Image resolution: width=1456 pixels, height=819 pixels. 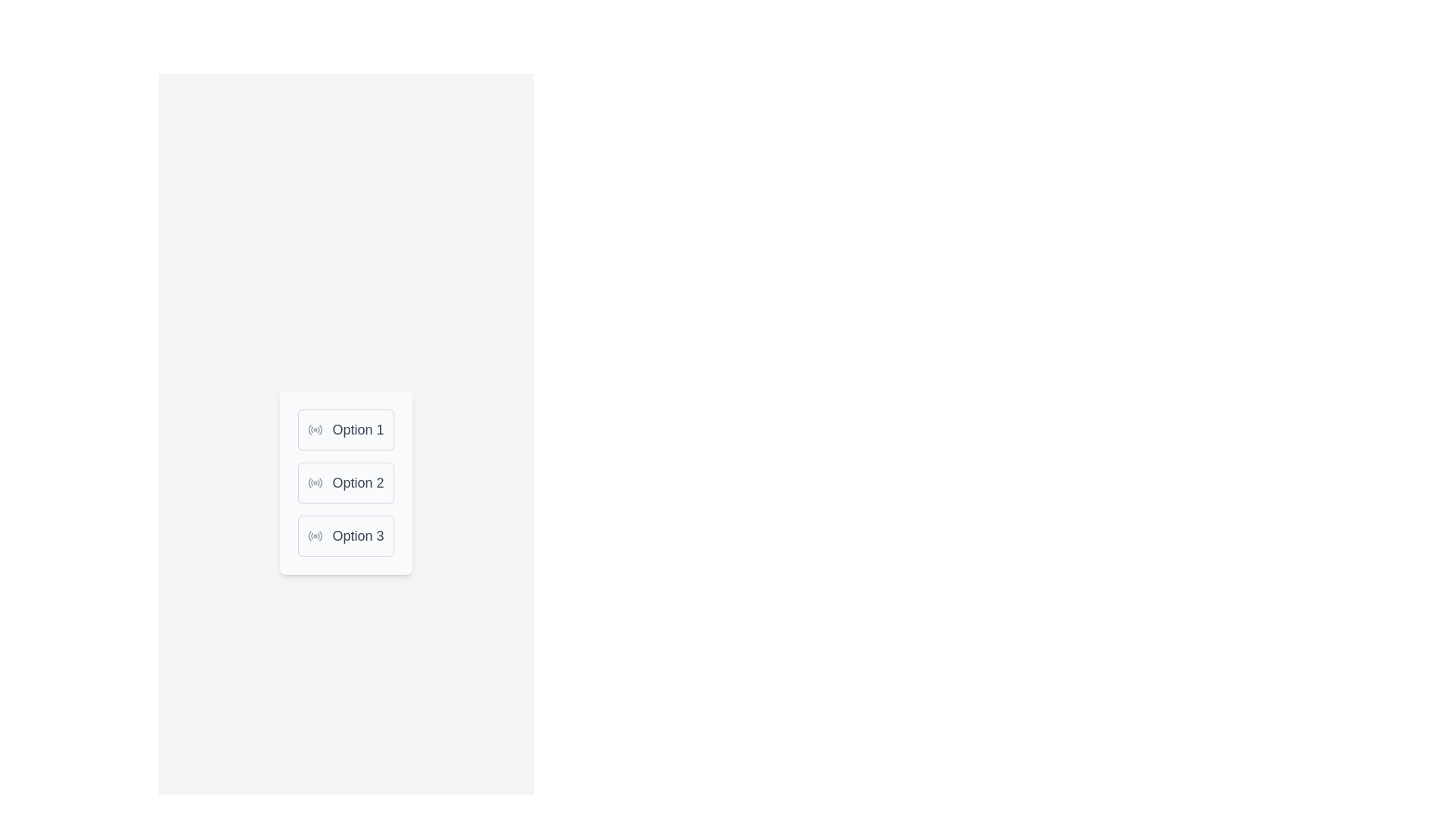 I want to click on the 'Option 2' radio button, so click(x=345, y=482).